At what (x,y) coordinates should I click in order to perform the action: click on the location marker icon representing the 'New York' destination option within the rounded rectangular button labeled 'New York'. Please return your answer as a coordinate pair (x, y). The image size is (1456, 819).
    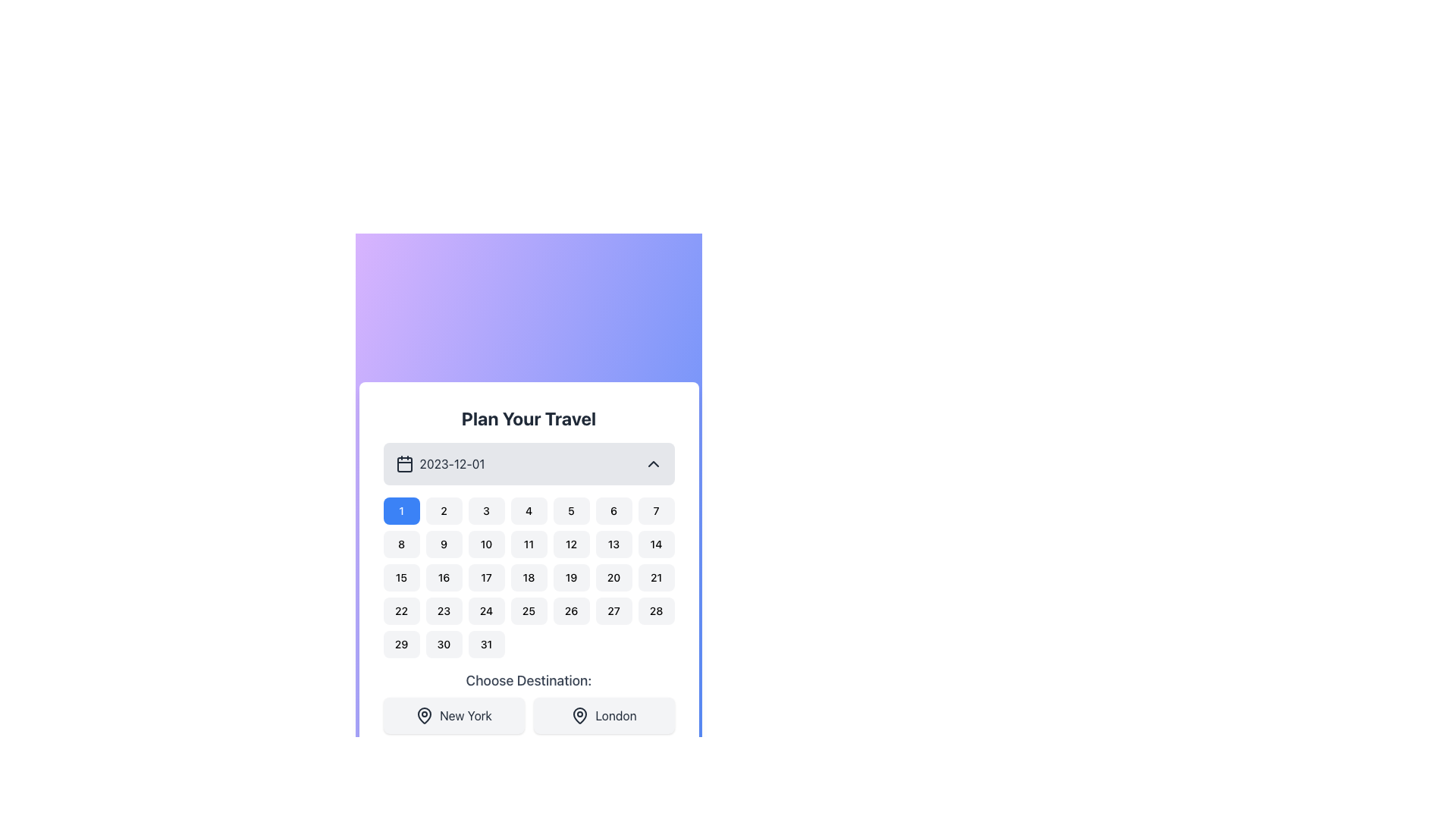
    Looking at the image, I should click on (425, 716).